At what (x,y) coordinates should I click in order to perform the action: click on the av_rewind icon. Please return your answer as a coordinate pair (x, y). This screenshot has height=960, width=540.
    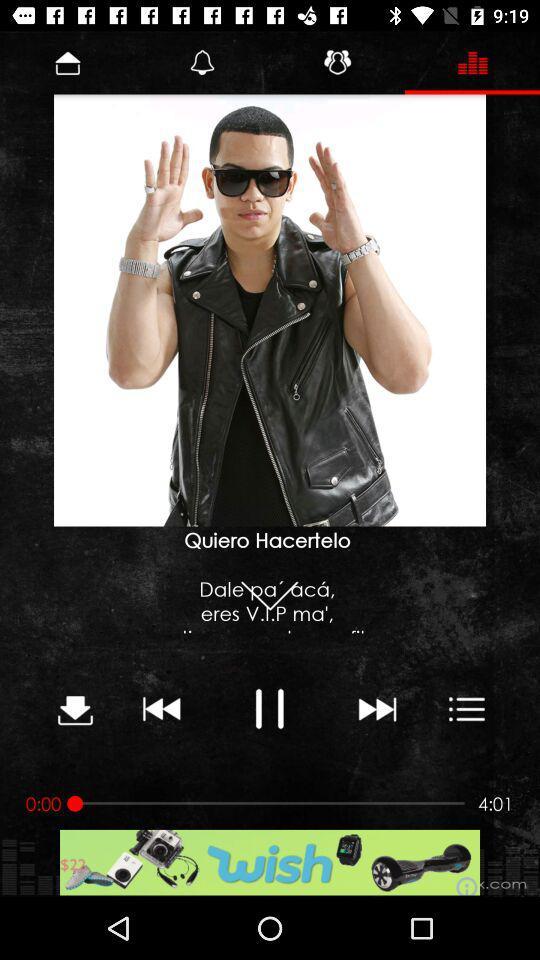
    Looking at the image, I should click on (161, 708).